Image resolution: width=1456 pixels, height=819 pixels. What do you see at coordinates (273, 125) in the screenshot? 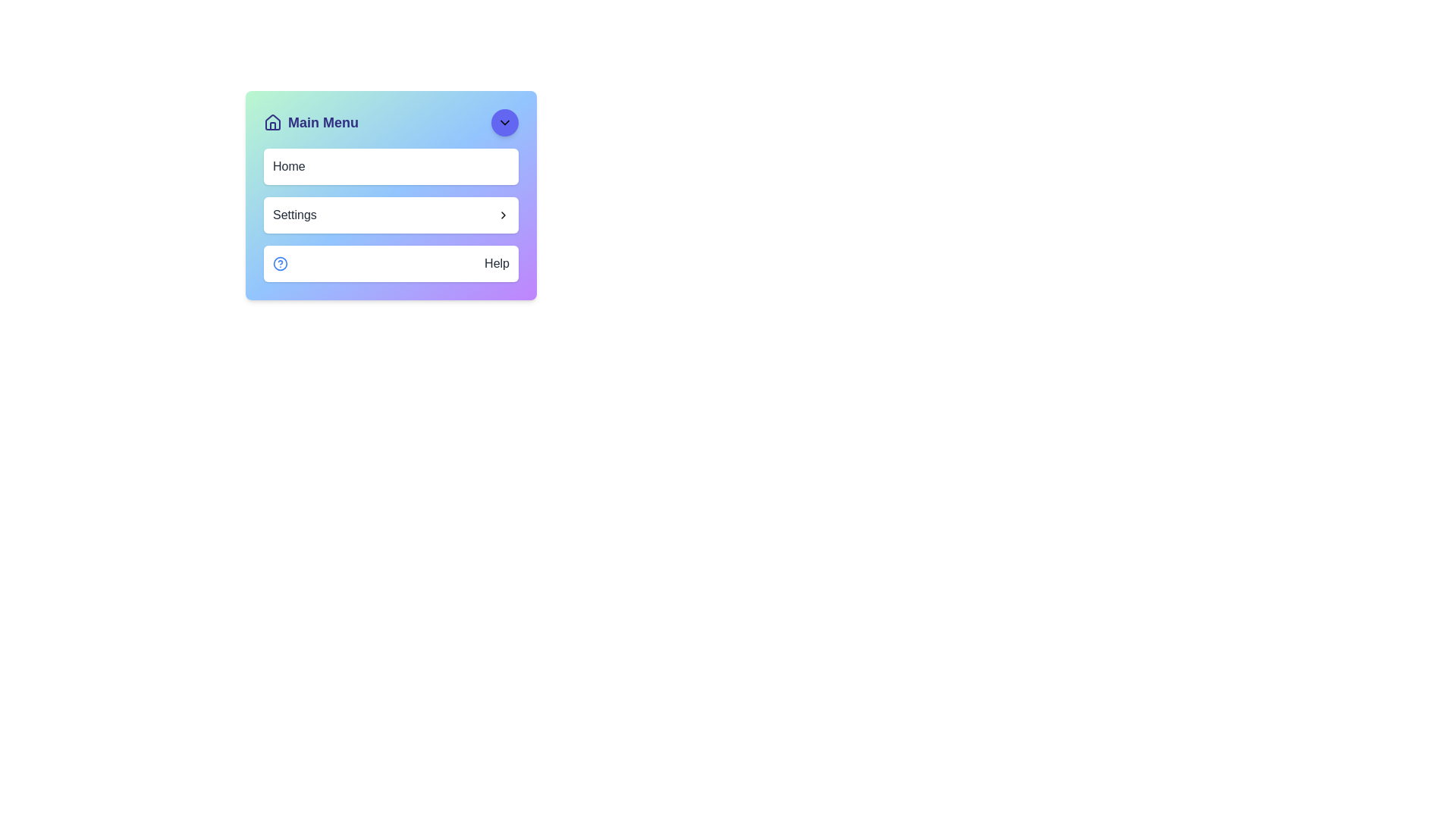
I see `the door element of the house icon in the SVG, which is represented by a vertical line with a square base, located in the general navigation header area` at bounding box center [273, 125].